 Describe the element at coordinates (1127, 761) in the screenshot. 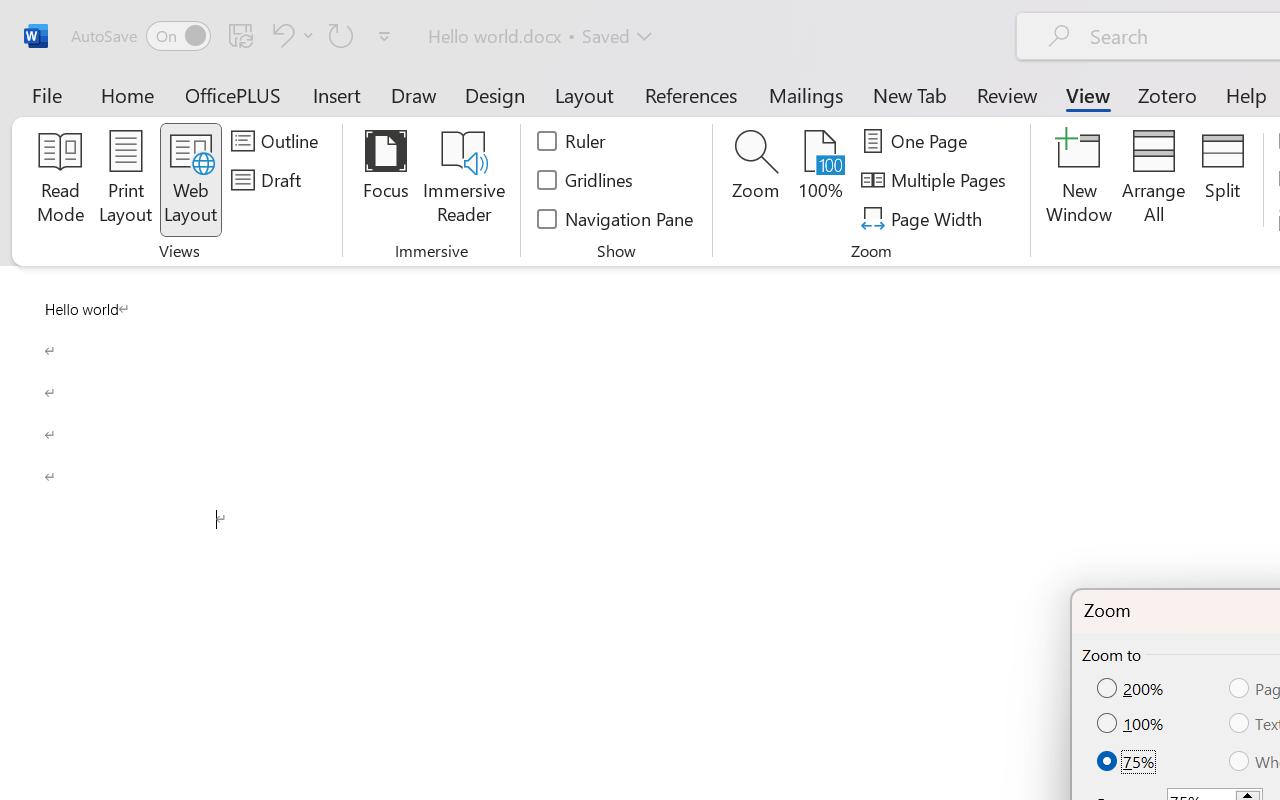

I see `'75%'` at that location.